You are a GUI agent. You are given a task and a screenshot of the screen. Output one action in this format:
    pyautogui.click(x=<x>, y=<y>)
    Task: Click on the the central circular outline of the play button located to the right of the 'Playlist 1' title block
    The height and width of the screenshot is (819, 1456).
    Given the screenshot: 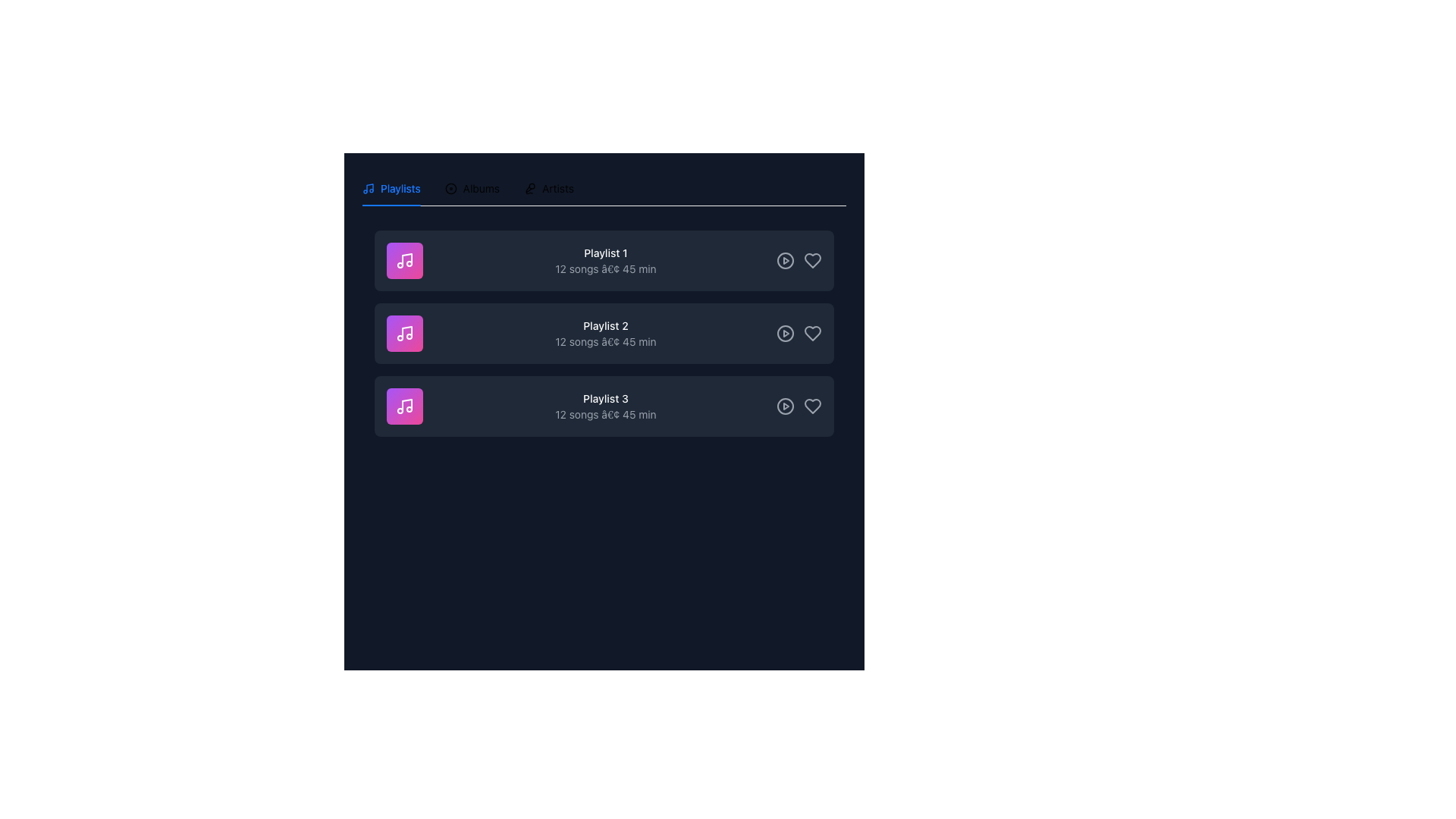 What is the action you would take?
    pyautogui.click(x=786, y=259)
    